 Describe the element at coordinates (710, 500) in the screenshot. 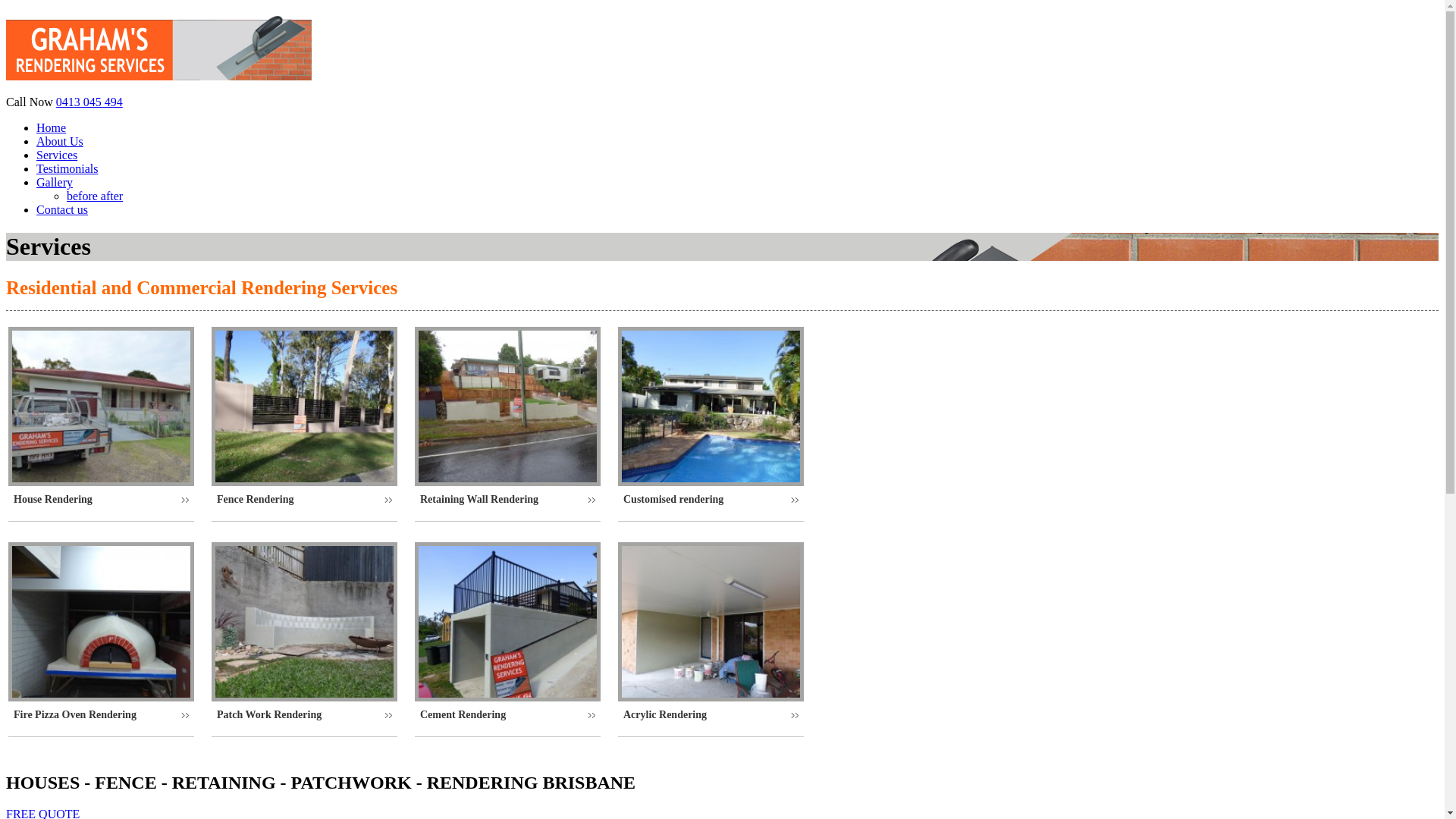

I see `'Customised rendering'` at that location.